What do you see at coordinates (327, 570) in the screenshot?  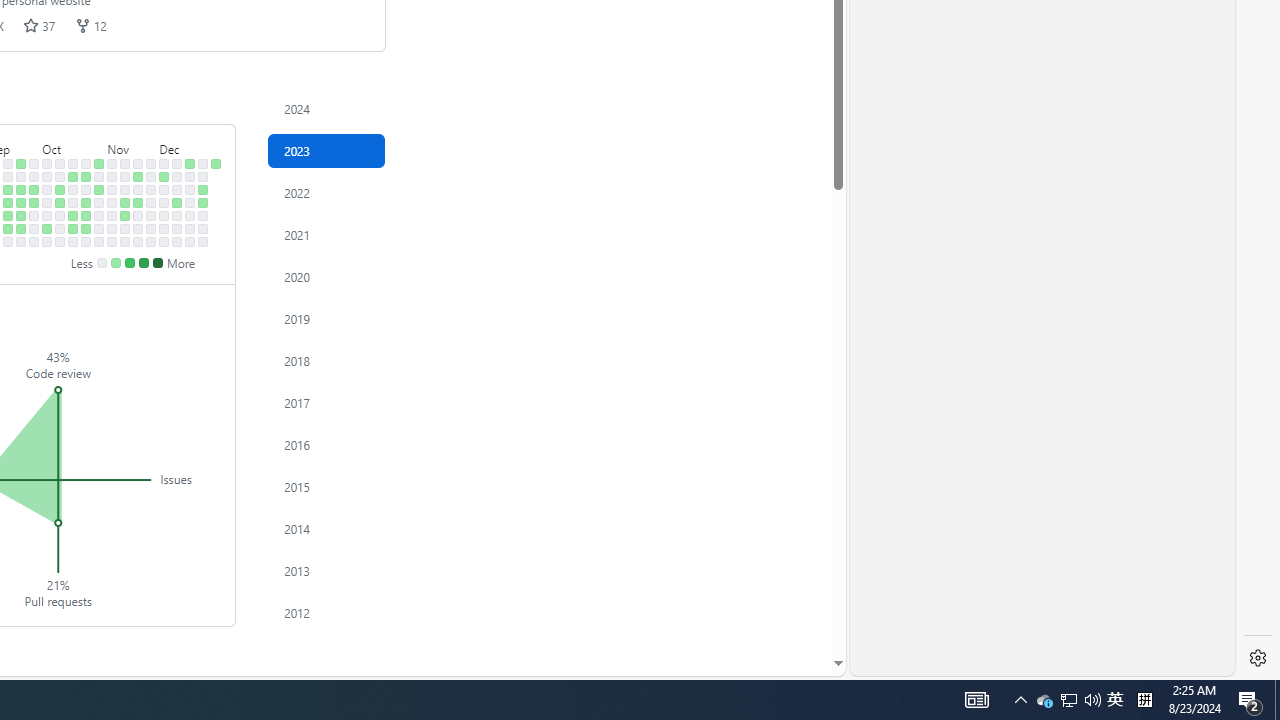 I see `'2013'` at bounding box center [327, 570].